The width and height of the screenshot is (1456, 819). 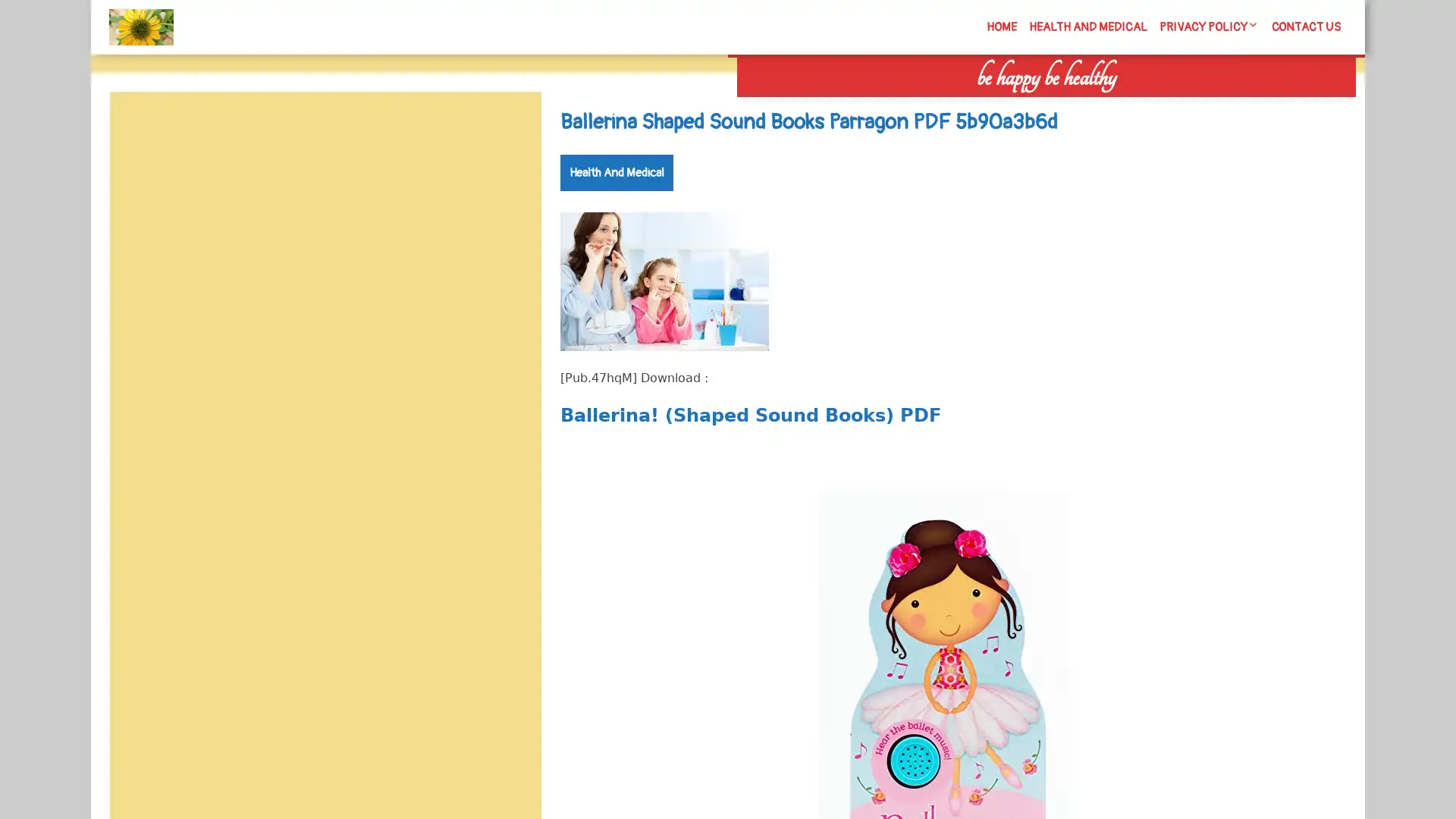 What do you see at coordinates (1181, 106) in the screenshot?
I see `Search` at bounding box center [1181, 106].